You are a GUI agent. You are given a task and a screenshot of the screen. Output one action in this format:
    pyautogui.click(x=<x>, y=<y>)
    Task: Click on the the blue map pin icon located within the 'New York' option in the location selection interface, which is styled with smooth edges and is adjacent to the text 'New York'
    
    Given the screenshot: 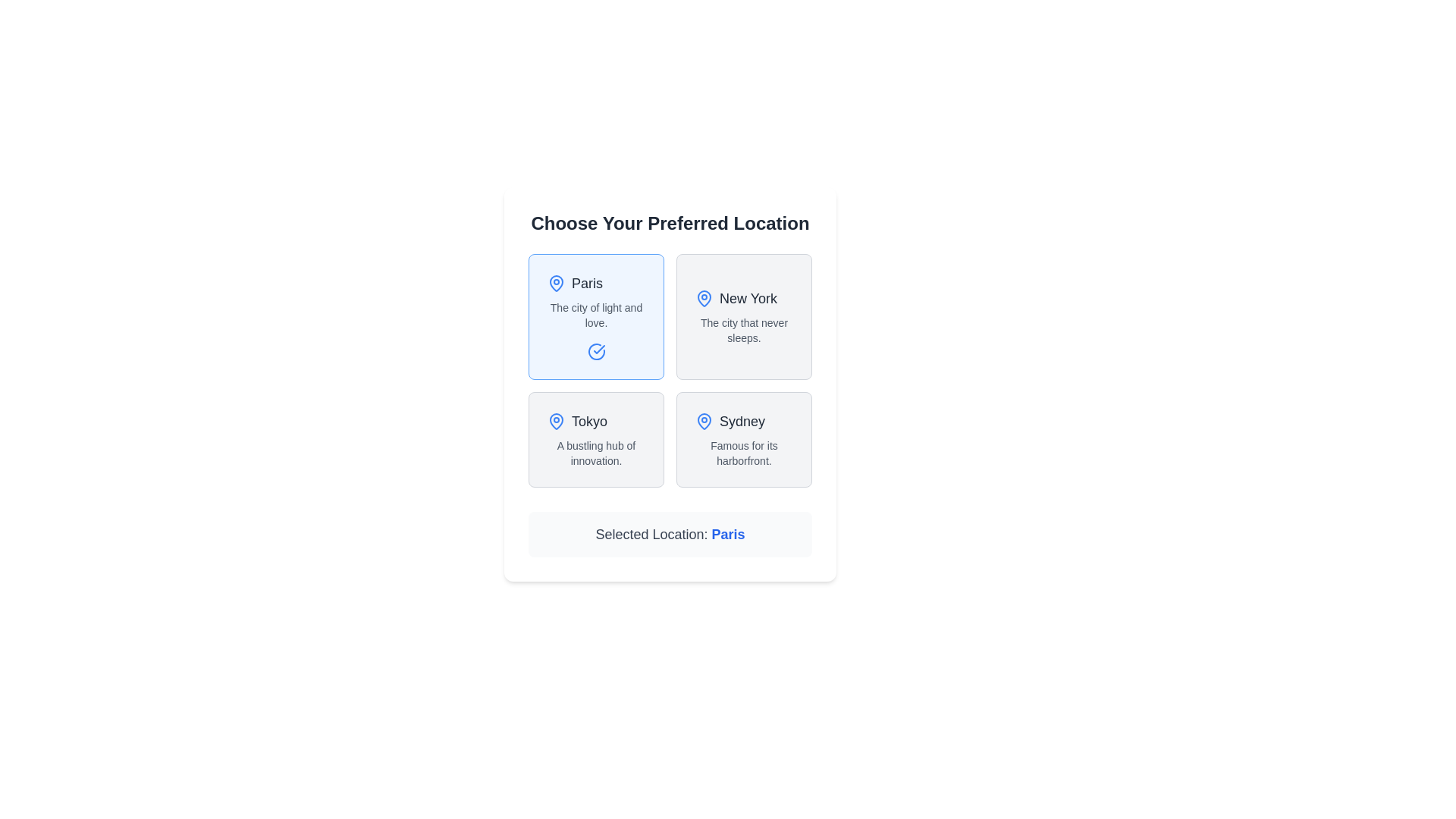 What is the action you would take?
    pyautogui.click(x=704, y=298)
    